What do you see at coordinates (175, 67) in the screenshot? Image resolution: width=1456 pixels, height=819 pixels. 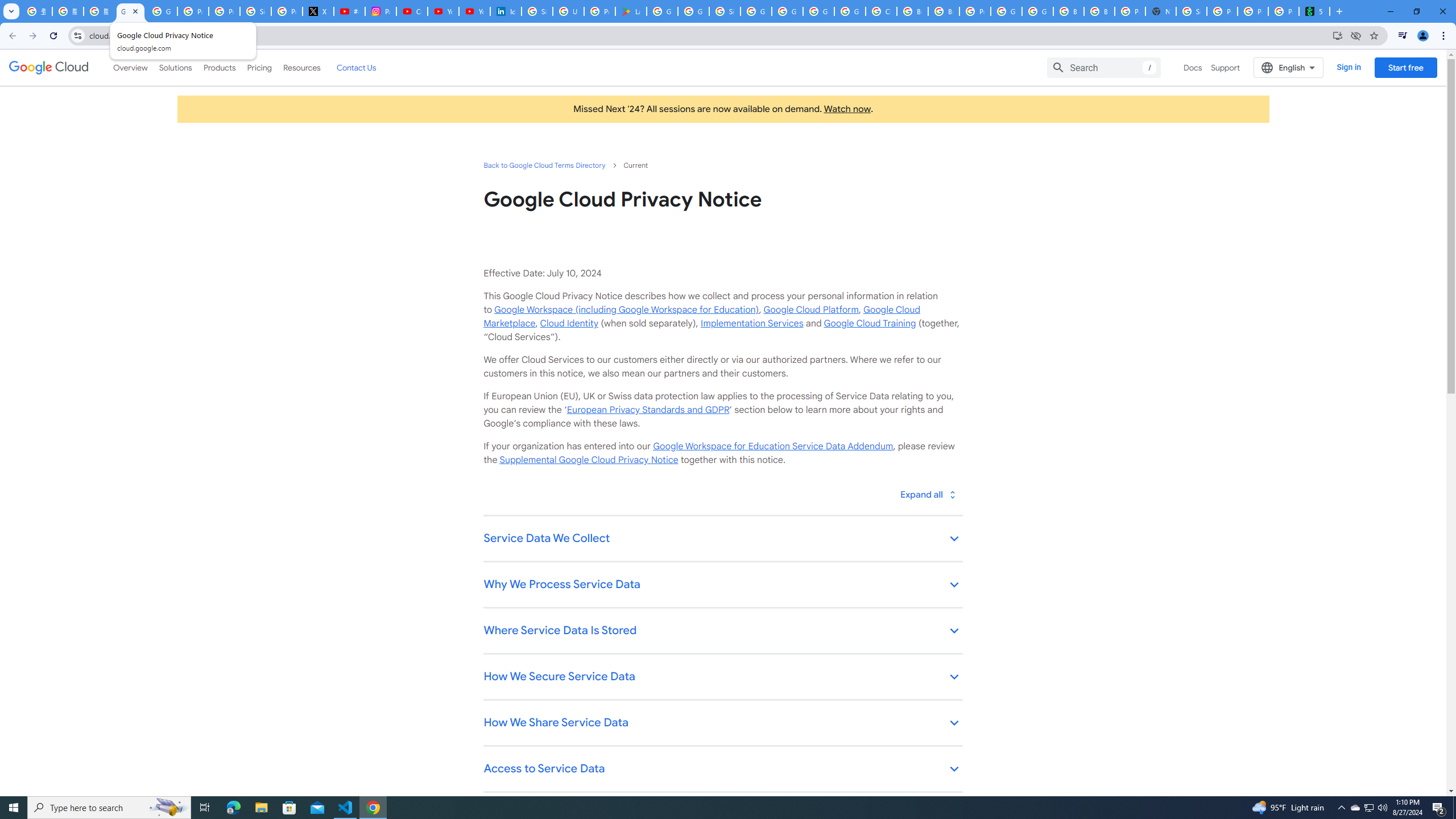 I see `'Solutions'` at bounding box center [175, 67].